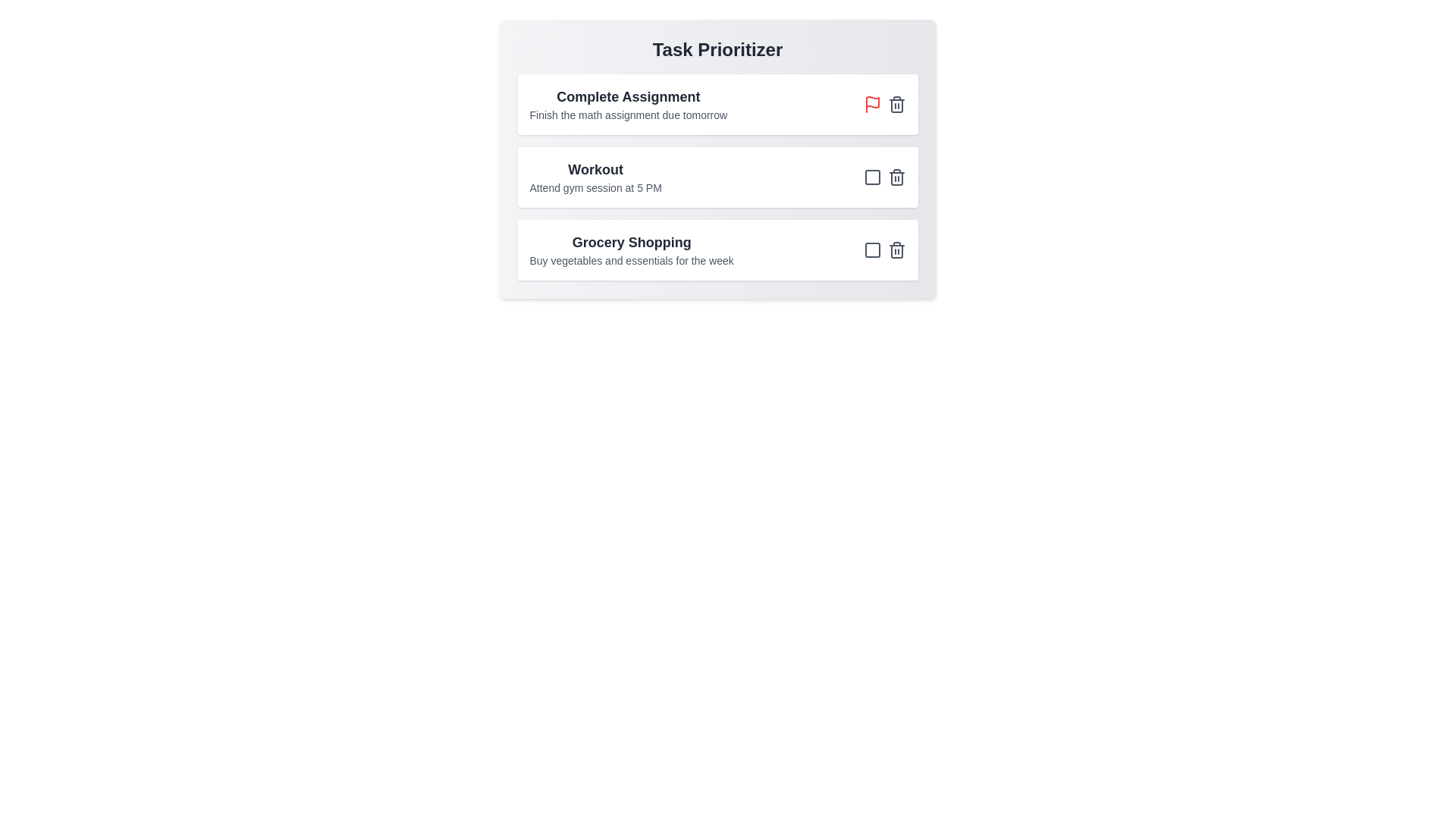 This screenshot has height=819, width=1456. What do you see at coordinates (595, 187) in the screenshot?
I see `the task description text for Workout` at bounding box center [595, 187].